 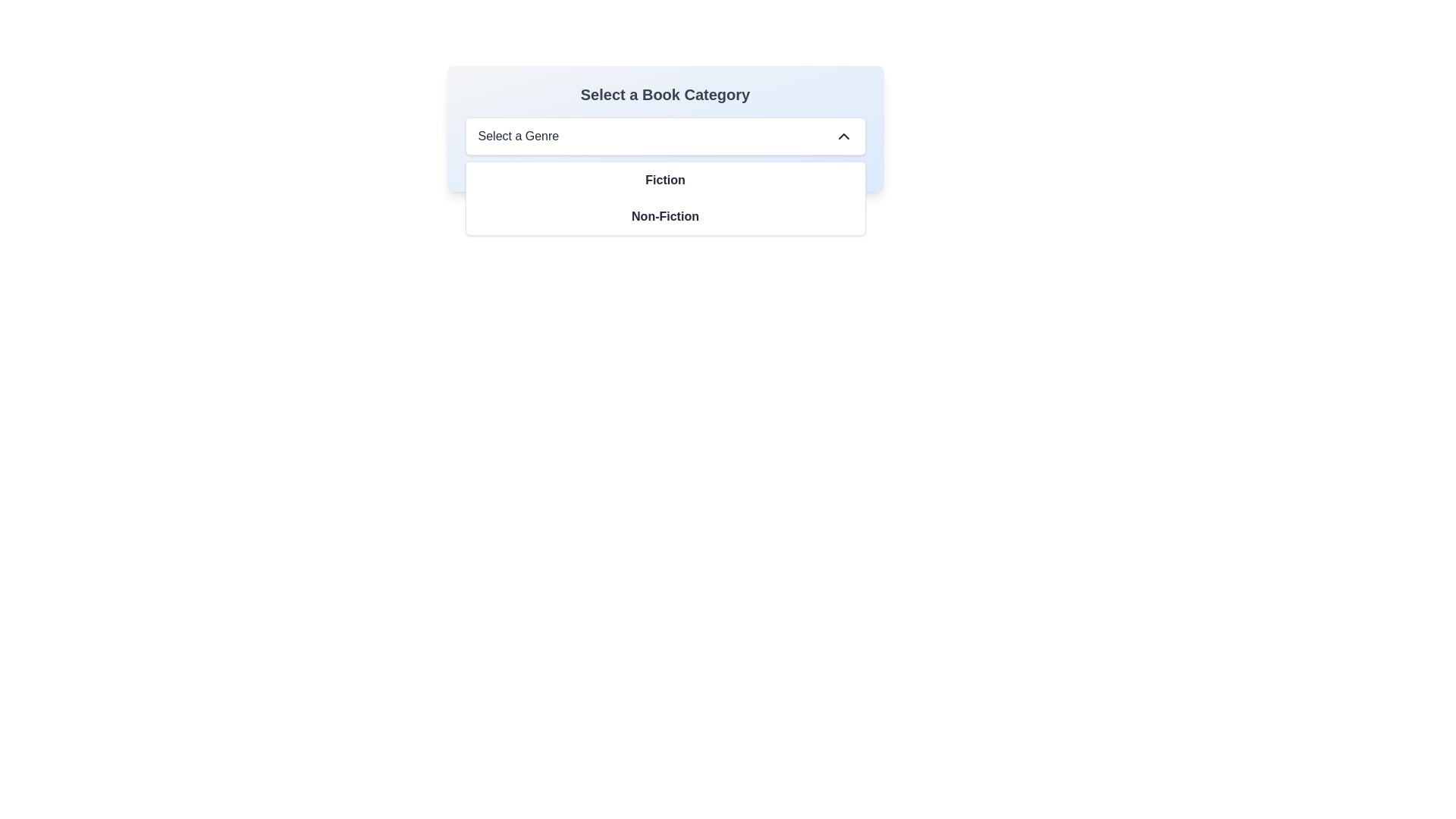 I want to click on the dropdown menu labeled 'Select a Genre', so click(x=665, y=136).